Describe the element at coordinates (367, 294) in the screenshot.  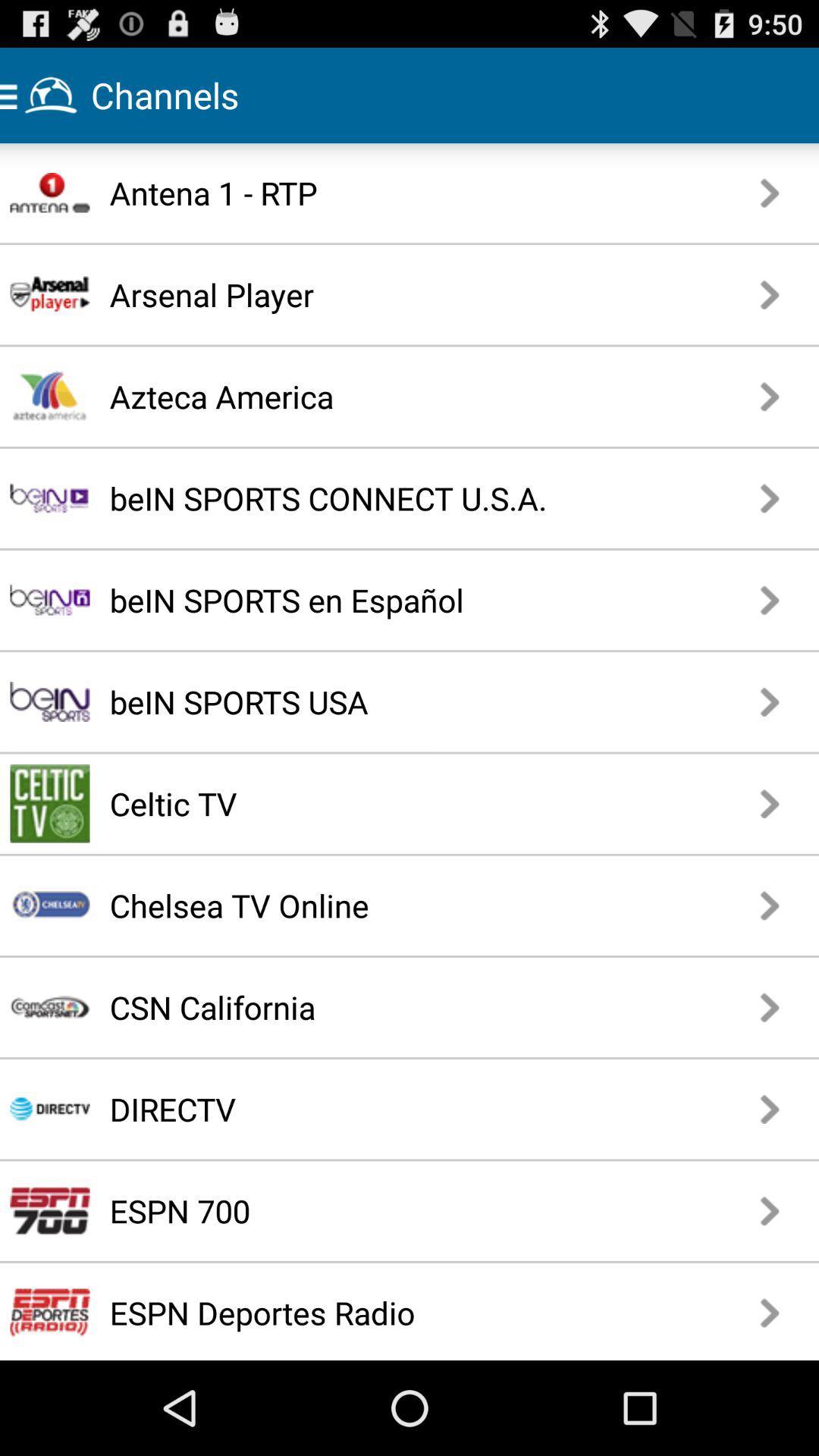
I see `the arsenal player icon` at that location.